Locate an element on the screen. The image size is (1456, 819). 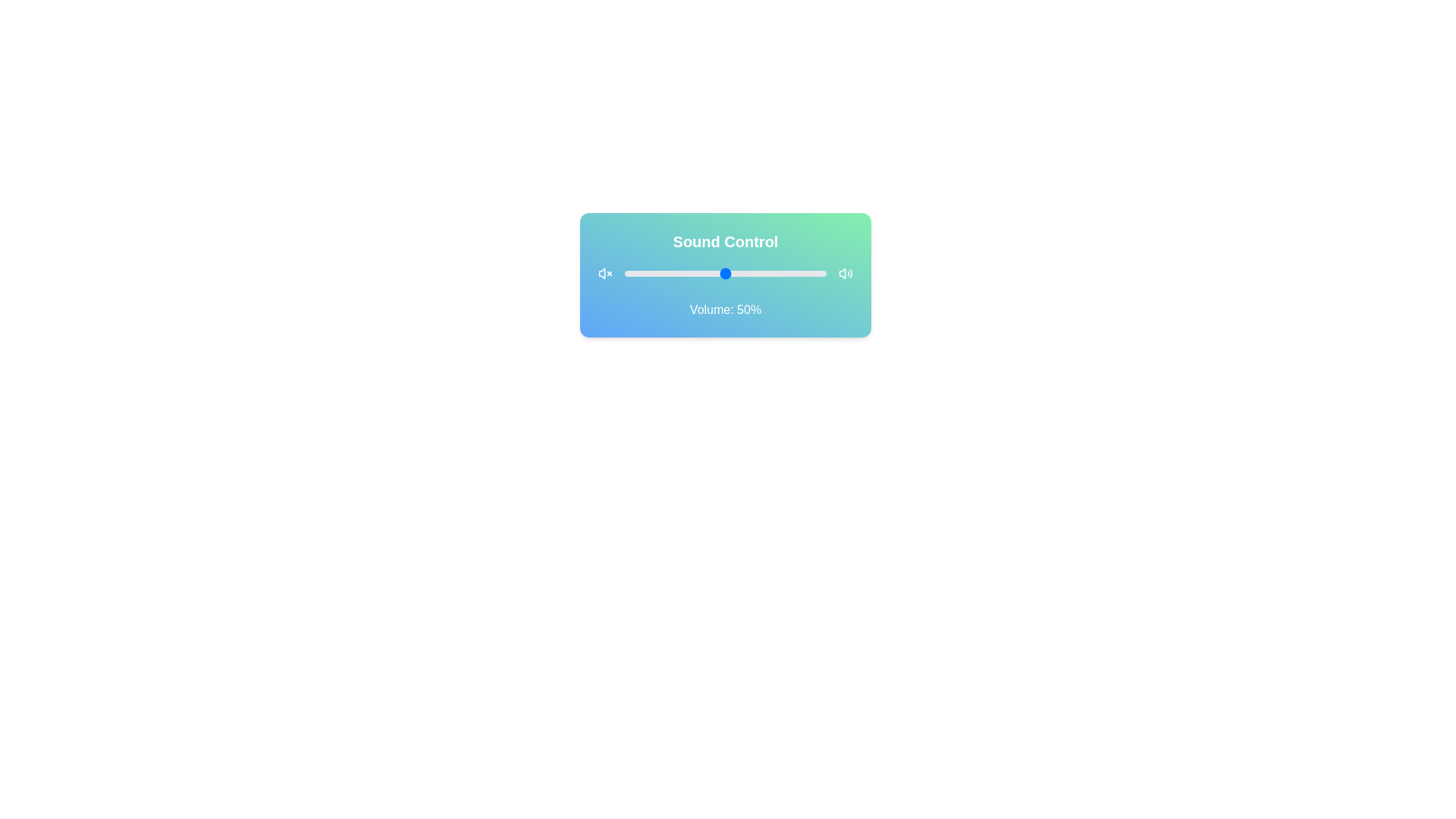
the volume control slider located below the 'Sound Control' header and above the 'Volume: 50%' label by is located at coordinates (724, 274).